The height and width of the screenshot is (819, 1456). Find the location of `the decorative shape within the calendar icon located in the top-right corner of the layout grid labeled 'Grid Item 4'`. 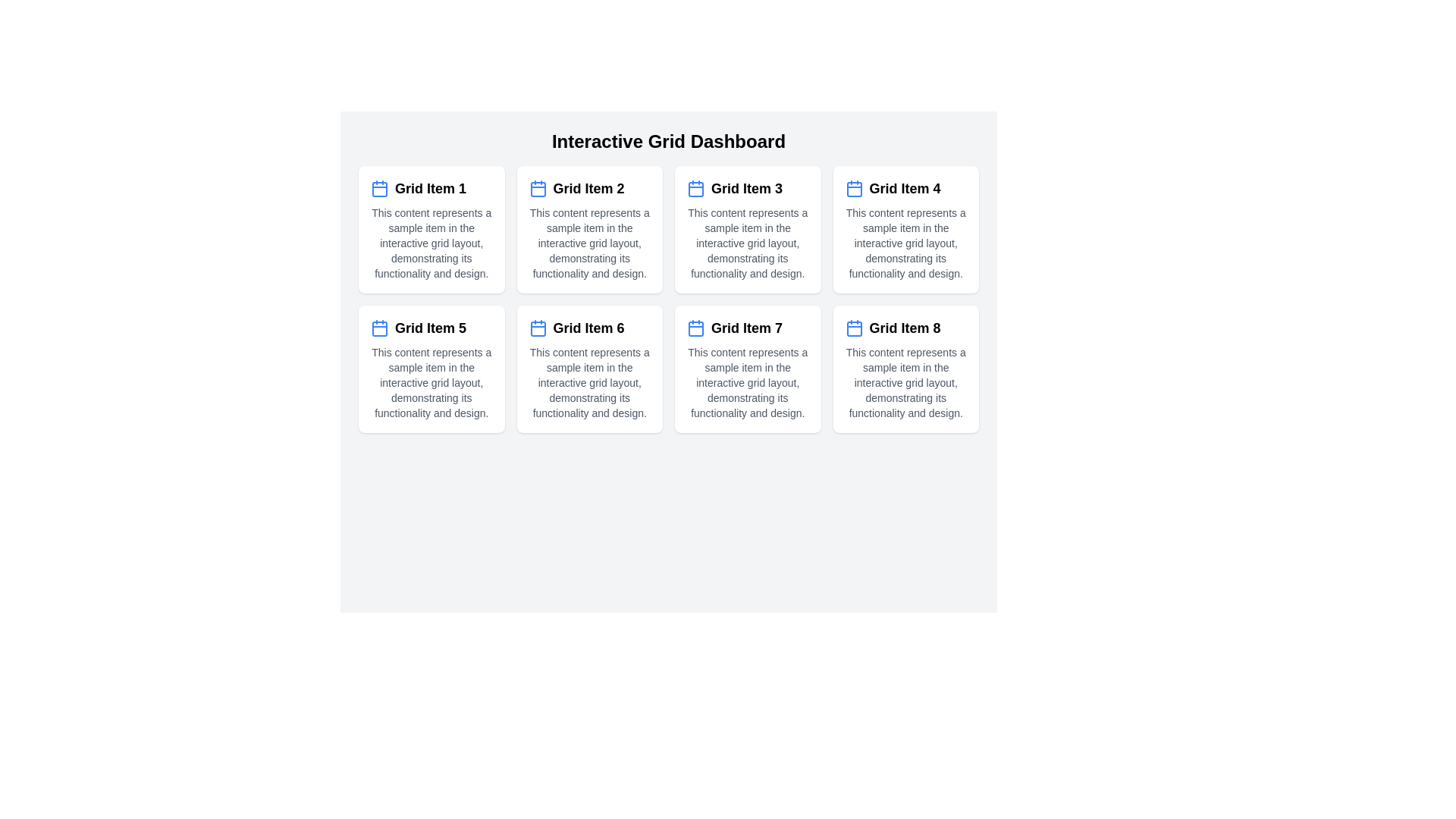

the decorative shape within the calendar icon located in the top-right corner of the layout grid labeled 'Grid Item 4' is located at coordinates (854, 189).